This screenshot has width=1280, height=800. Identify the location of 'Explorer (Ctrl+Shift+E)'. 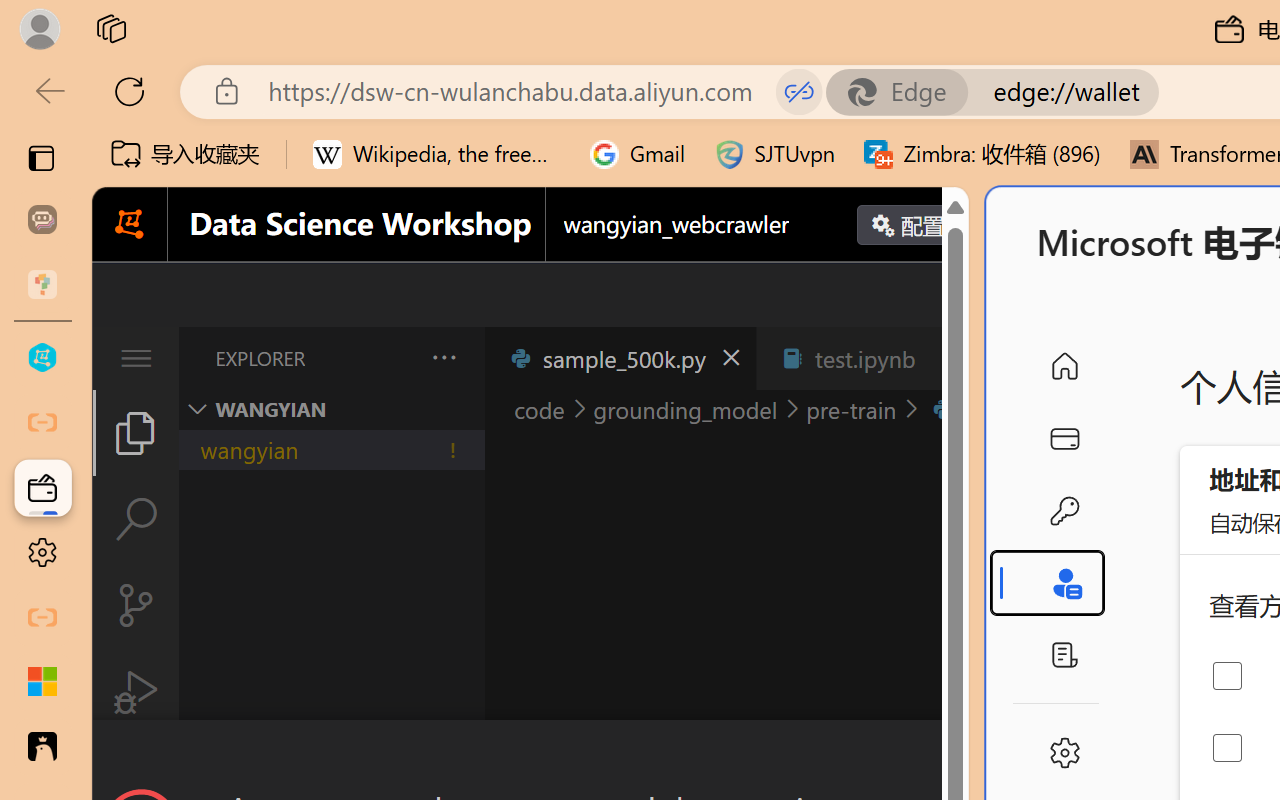
(134, 432).